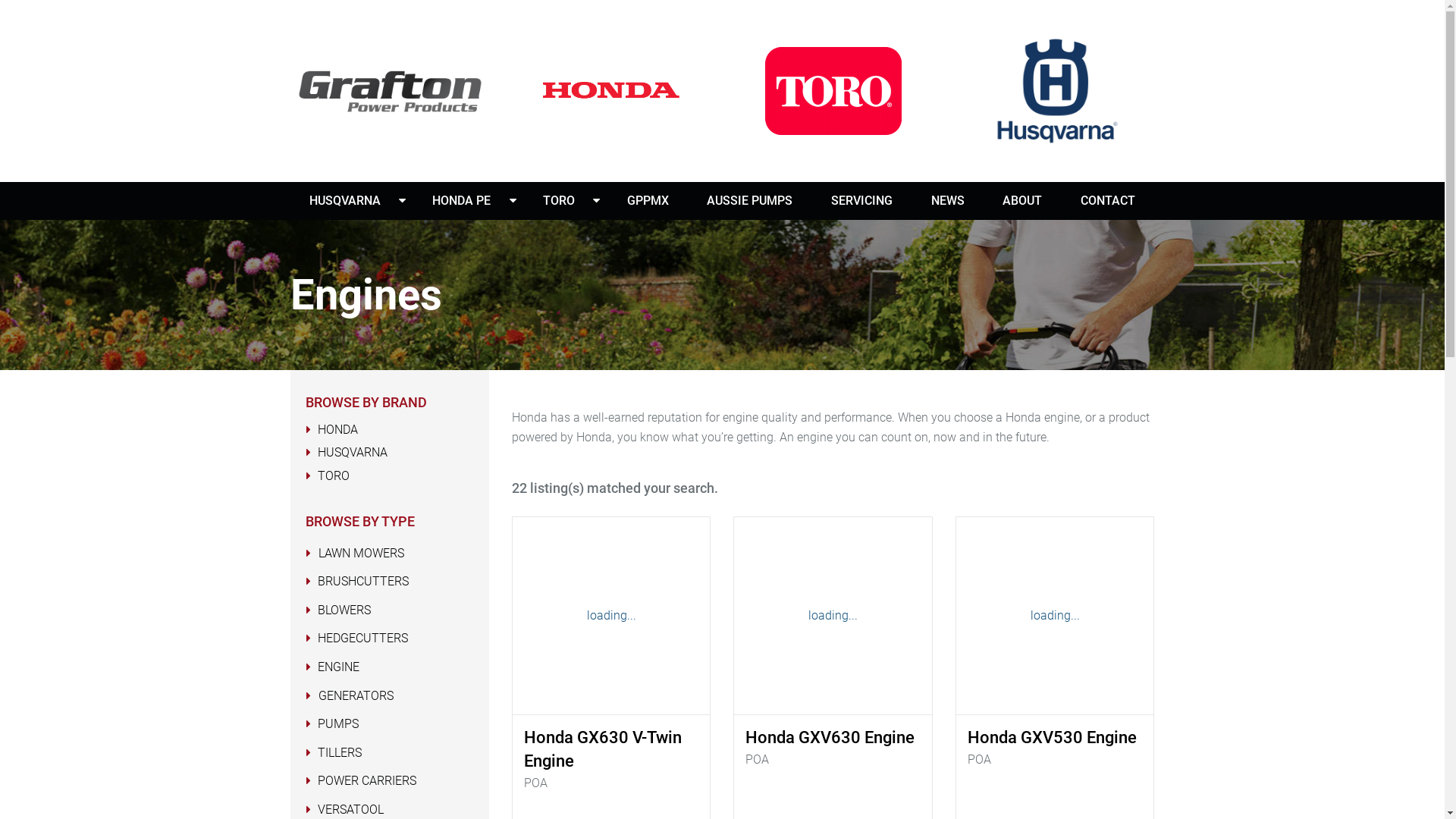 The height and width of the screenshot is (819, 1456). What do you see at coordinates (315, 609) in the screenshot?
I see `'BLOWERS'` at bounding box center [315, 609].